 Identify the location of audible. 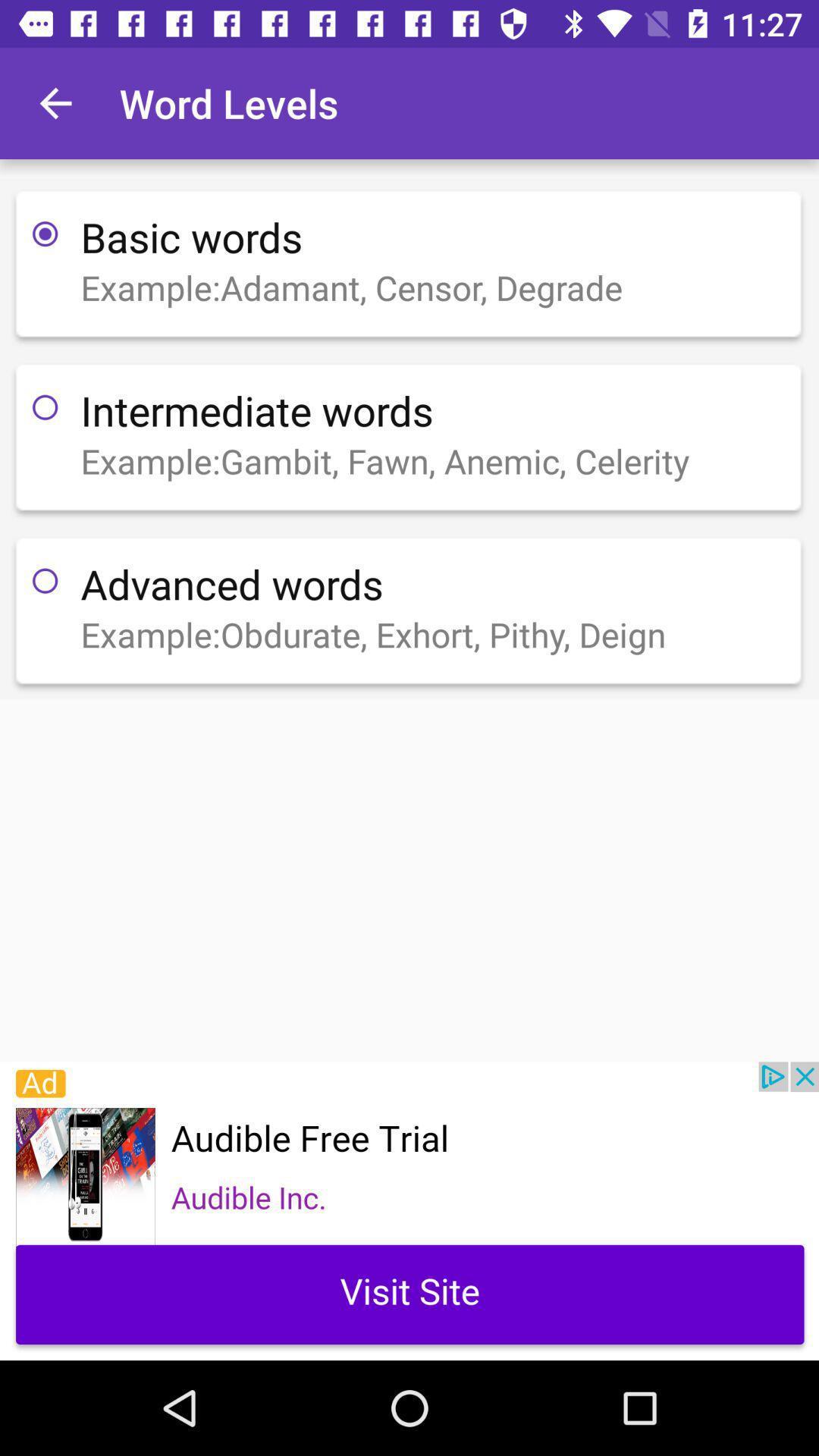
(409, 1210).